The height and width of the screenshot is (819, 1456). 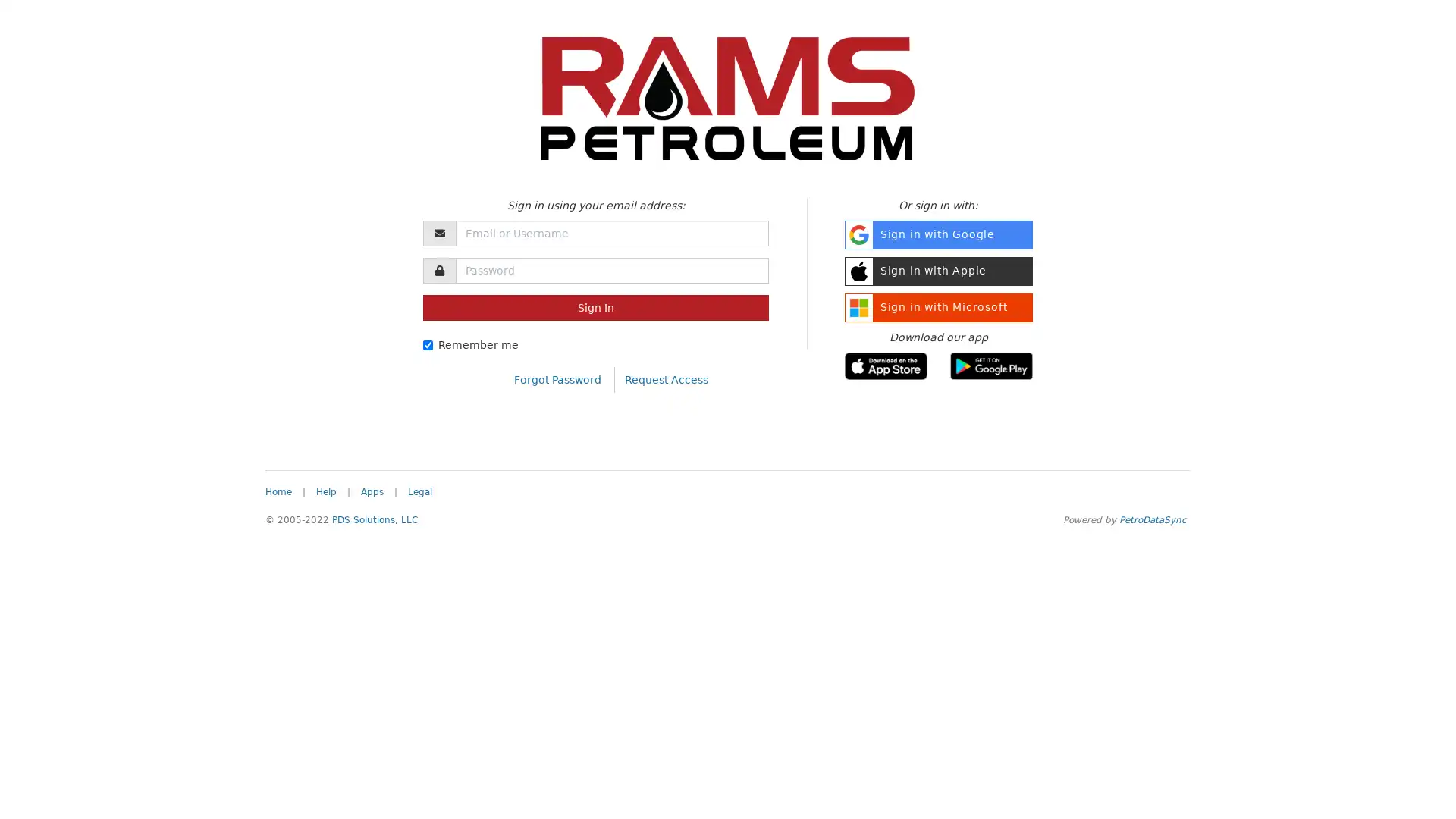 I want to click on Sign In, so click(x=595, y=307).